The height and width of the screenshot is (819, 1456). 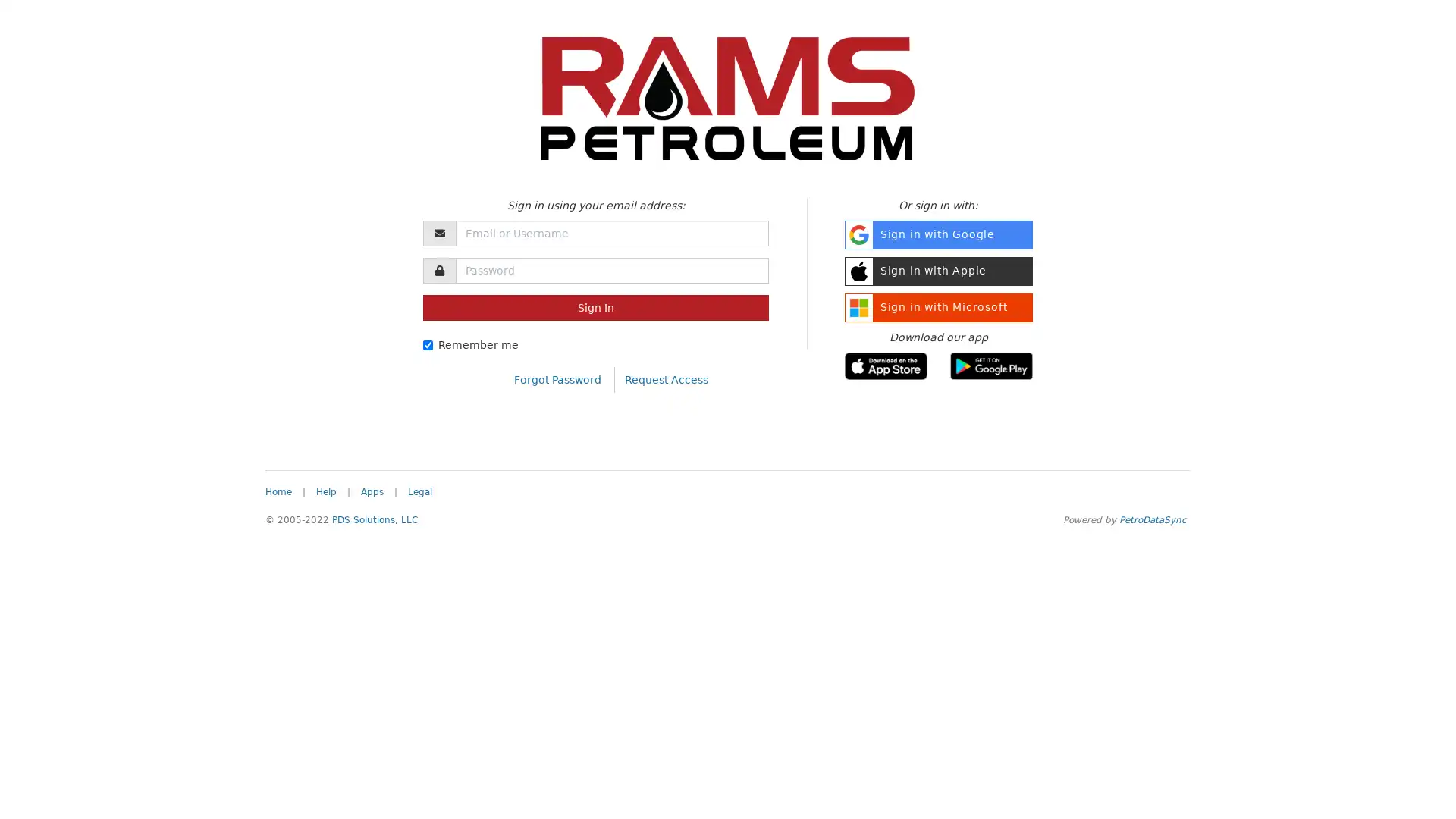 I want to click on Sign In, so click(x=595, y=307).